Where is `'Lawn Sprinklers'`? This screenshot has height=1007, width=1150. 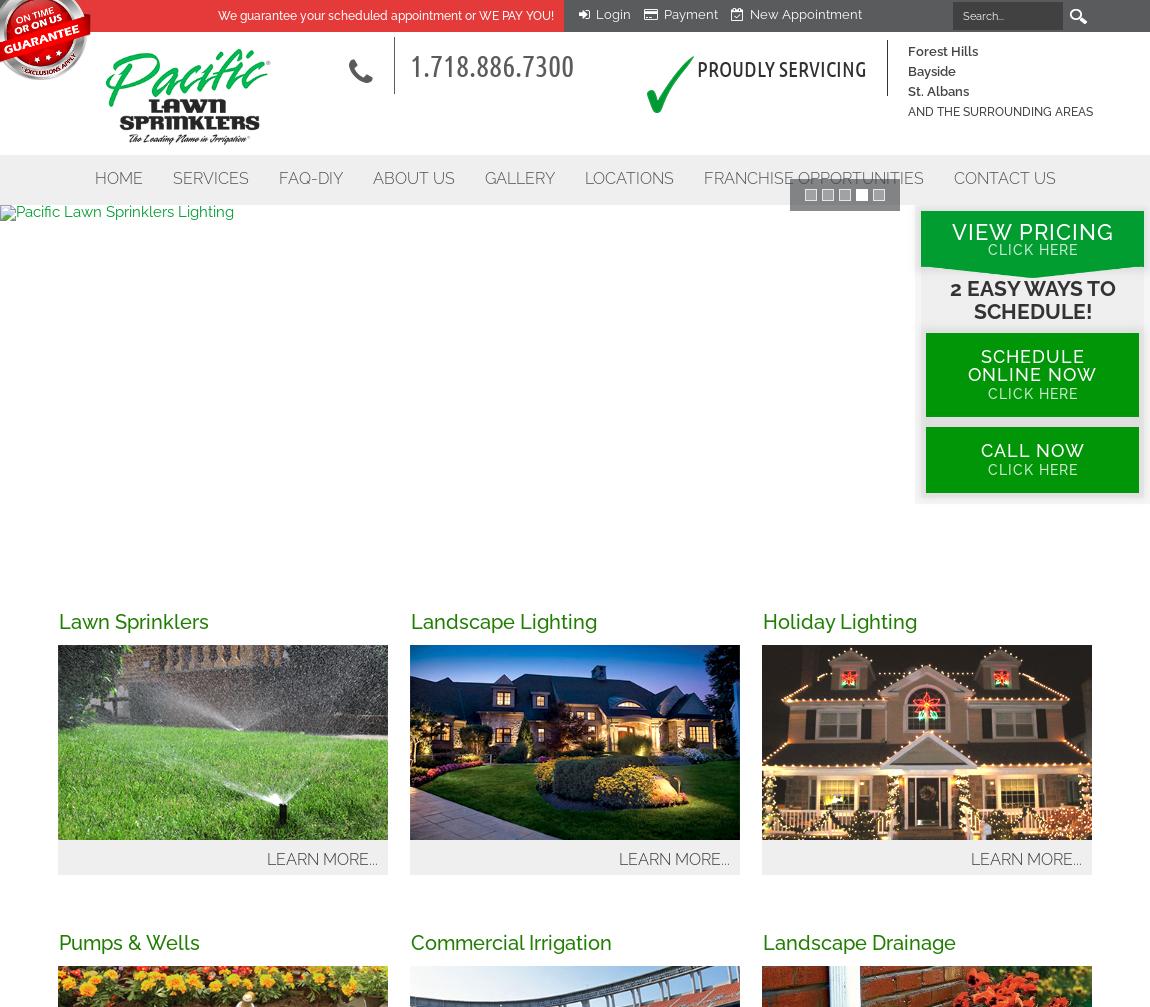 'Lawn Sprinklers' is located at coordinates (132, 621).